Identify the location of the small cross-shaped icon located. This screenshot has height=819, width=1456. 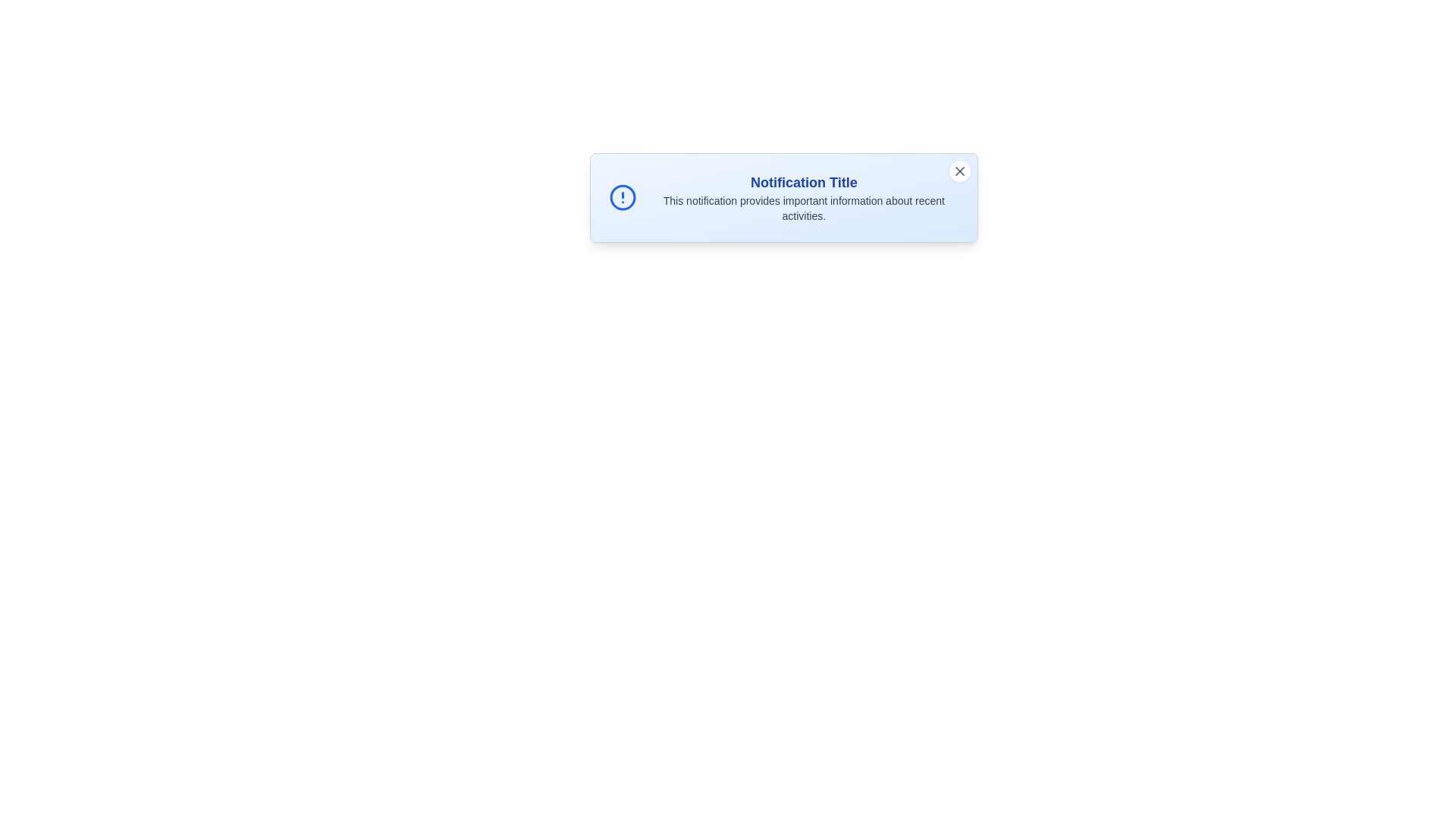
(959, 171).